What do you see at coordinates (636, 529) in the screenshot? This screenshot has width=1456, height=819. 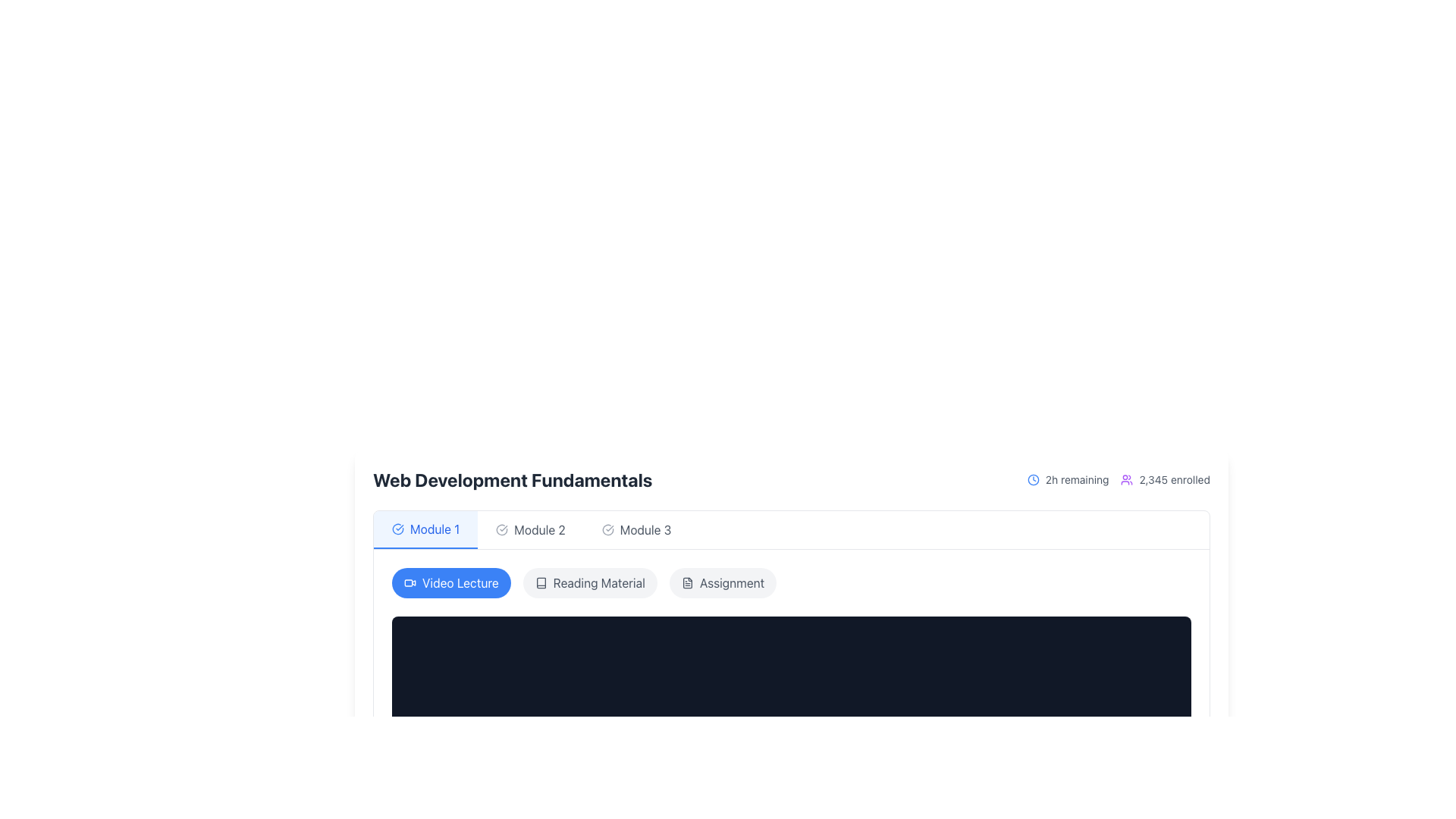 I see `the 'Module 3' button, which is the third item in the horizontal navigation bar` at bounding box center [636, 529].